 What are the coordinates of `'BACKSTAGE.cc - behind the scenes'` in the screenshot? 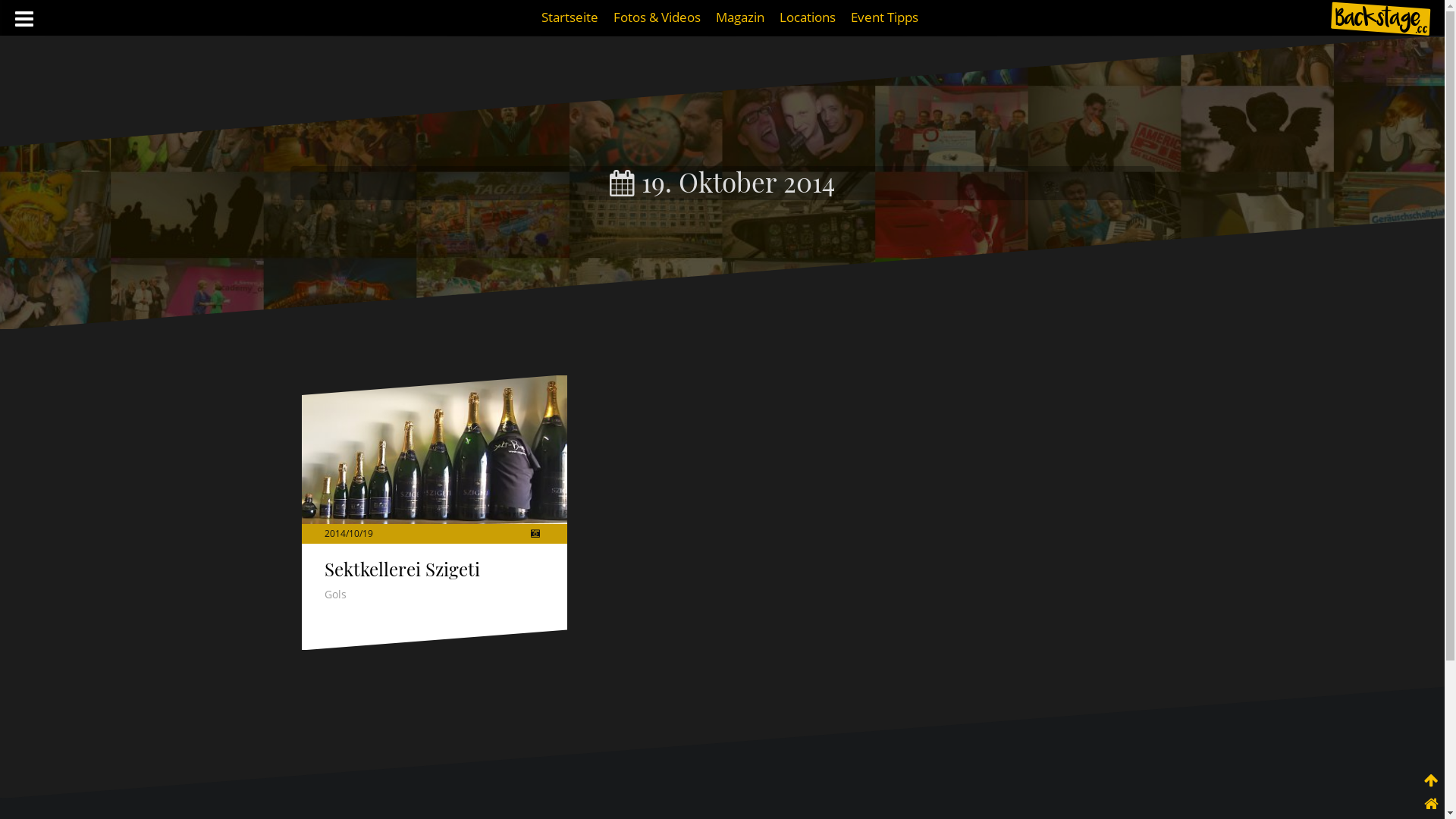 It's located at (1379, 18).